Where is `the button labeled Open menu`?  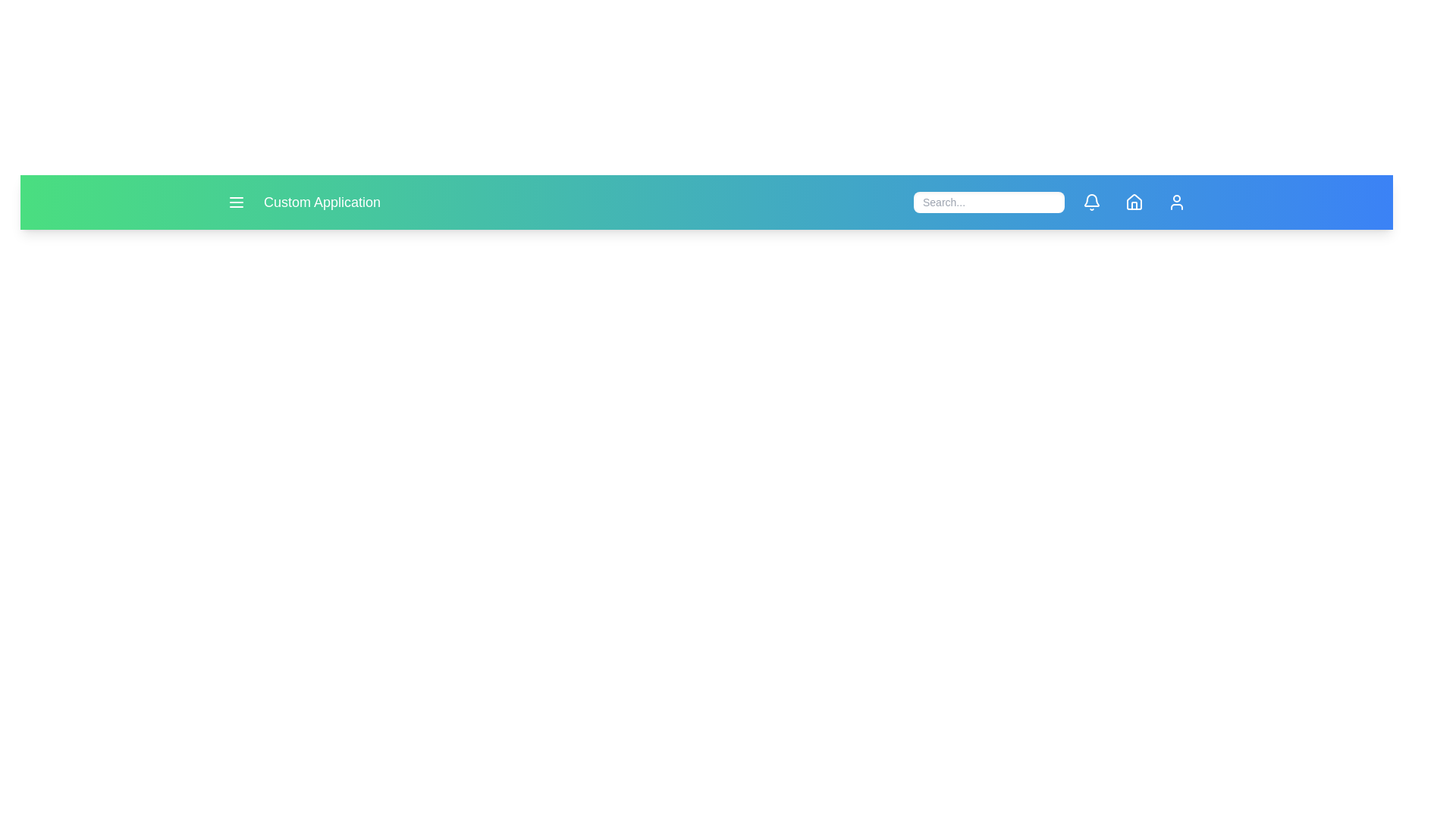
the button labeled Open menu is located at coordinates (236, 201).